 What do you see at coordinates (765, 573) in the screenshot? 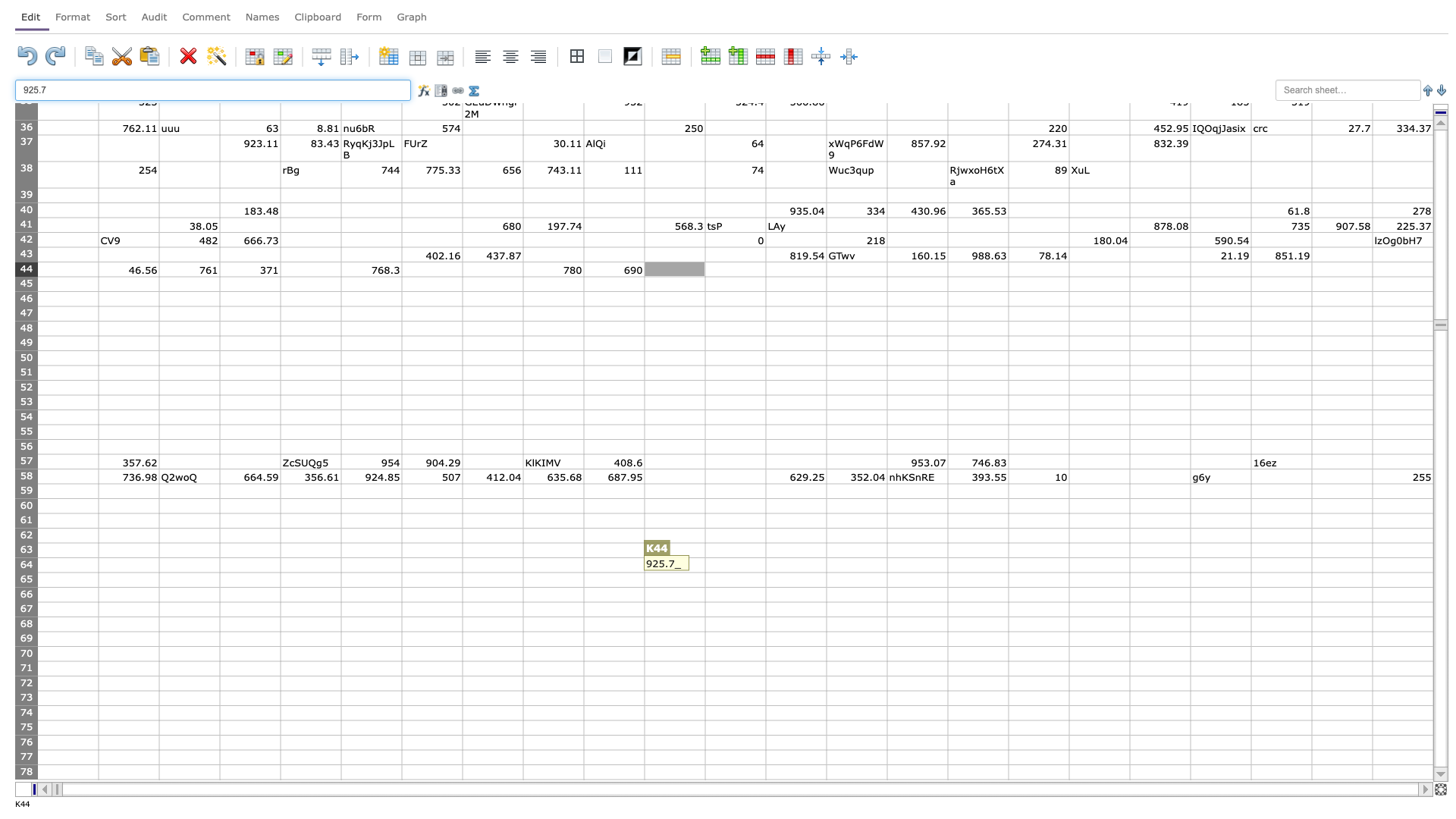
I see `bottom right corner of cell L64` at bounding box center [765, 573].